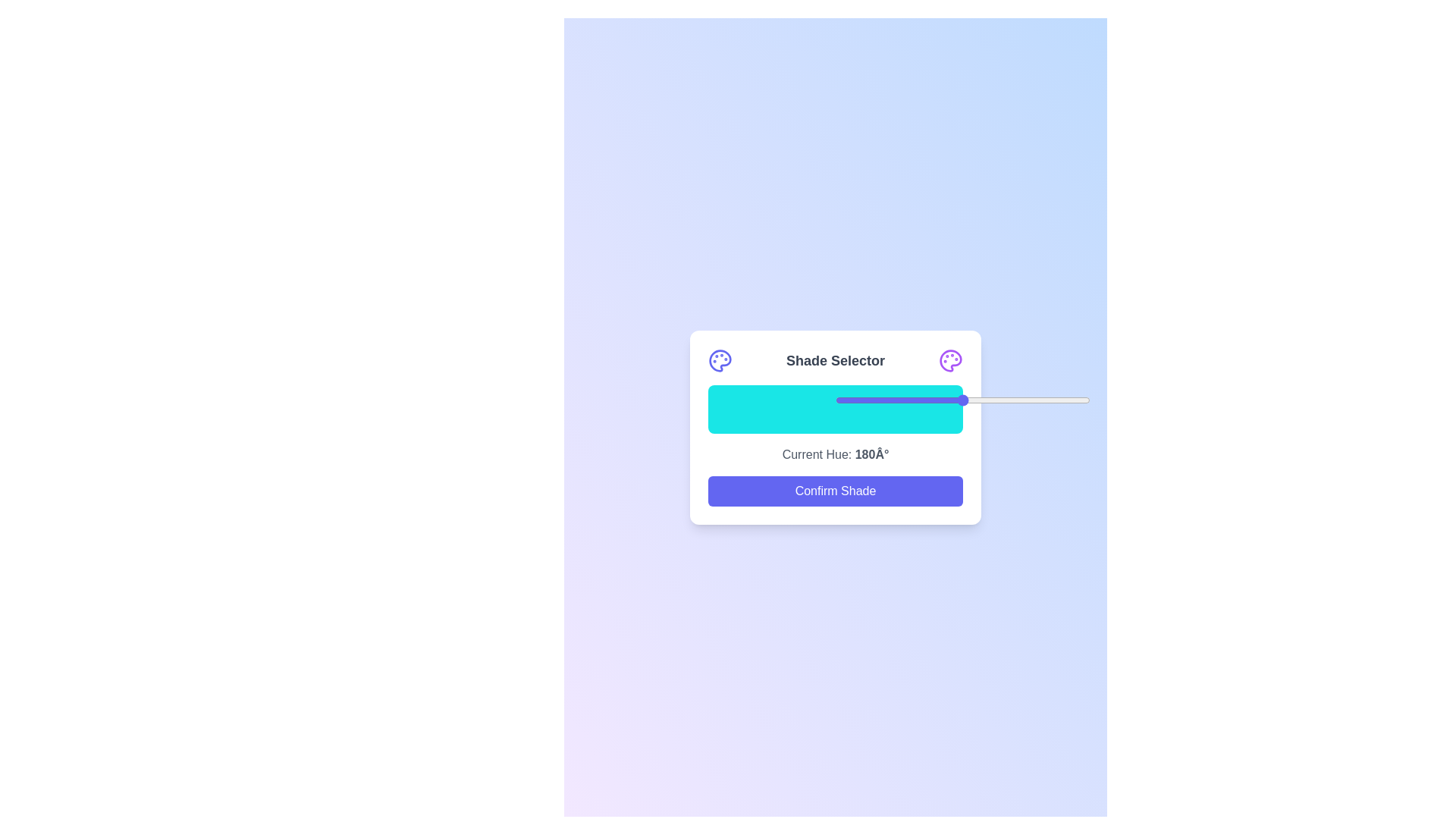 Image resolution: width=1456 pixels, height=819 pixels. Describe the element at coordinates (835, 491) in the screenshot. I see `'Confirm Shade' button to finalize the selected shade` at that location.